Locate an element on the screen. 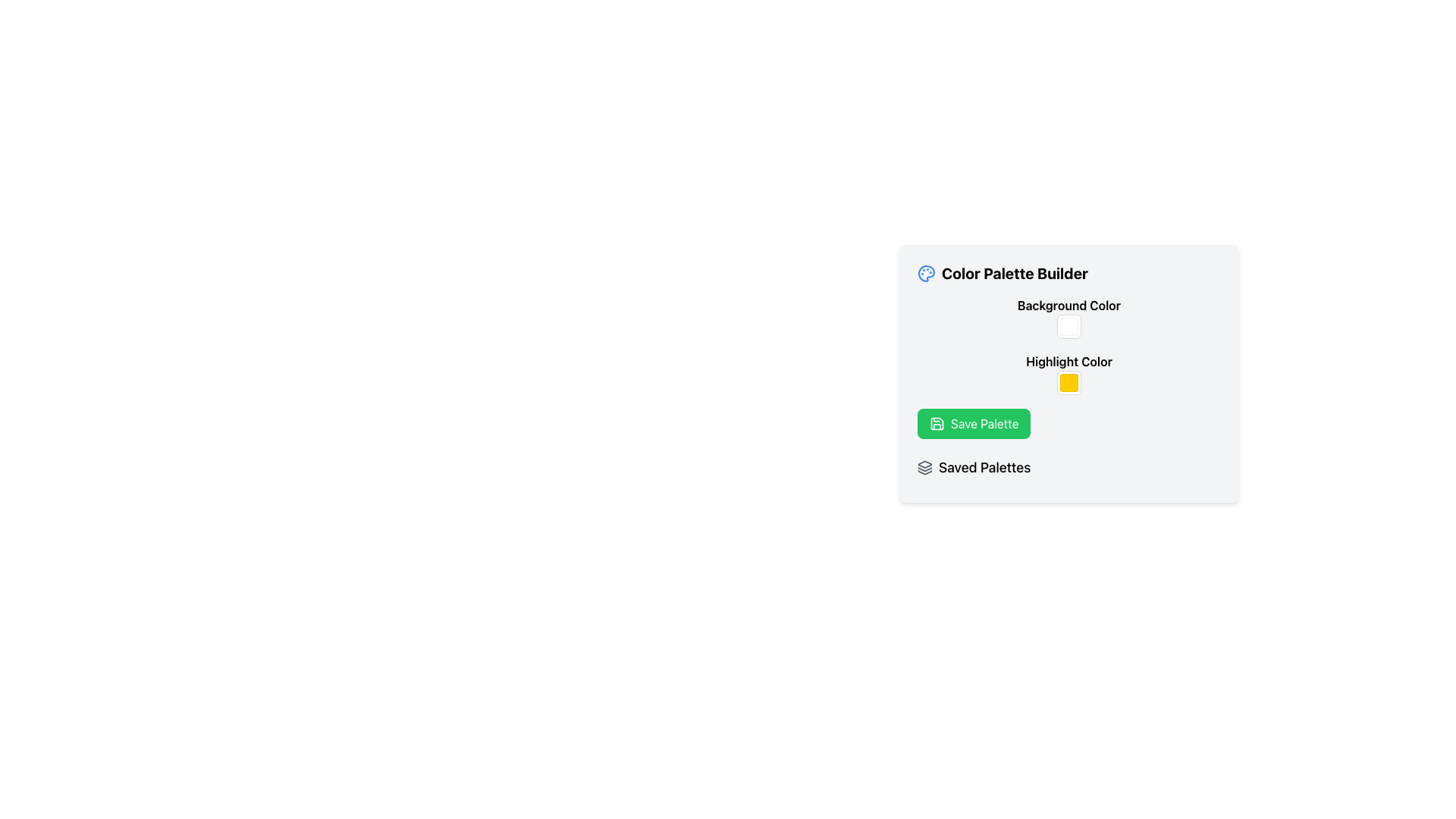  properties of the floppy disk icon with a green outline, located in the top-left part of the 'Save Palette' button in the UI is located at coordinates (937, 424).